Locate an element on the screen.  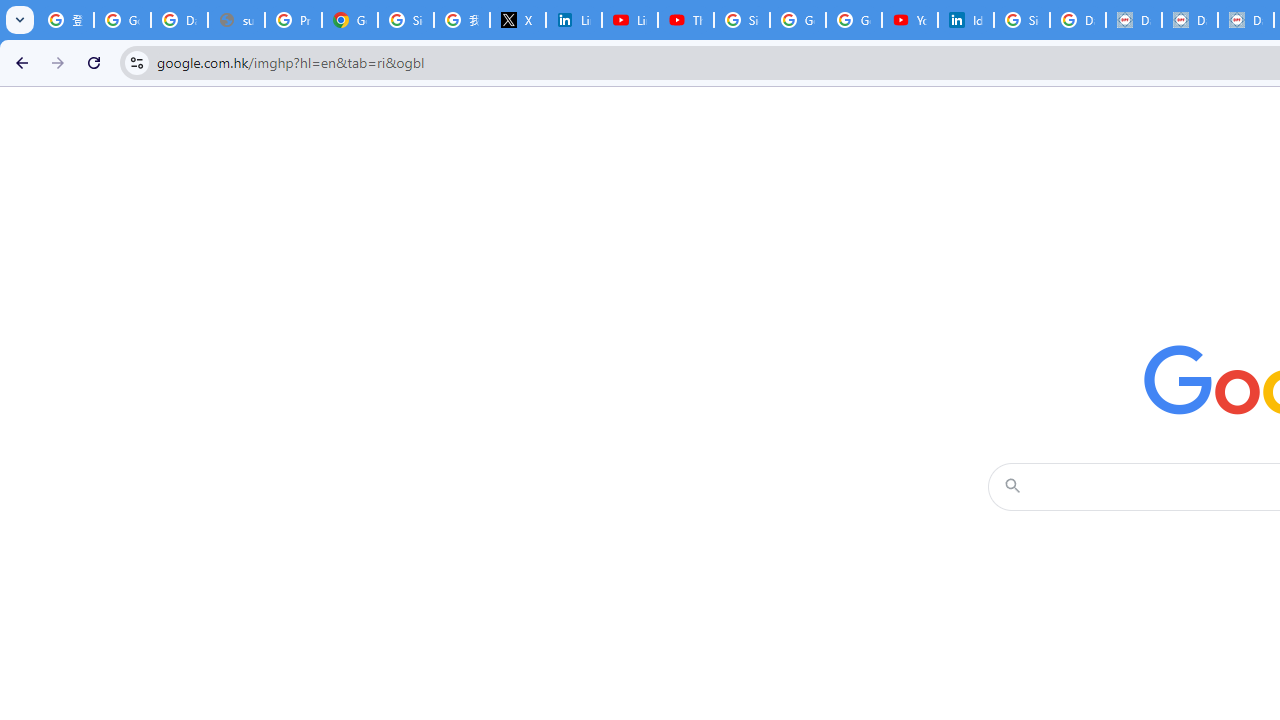
'Privacy Help Center - Policies Help' is located at coordinates (292, 20).